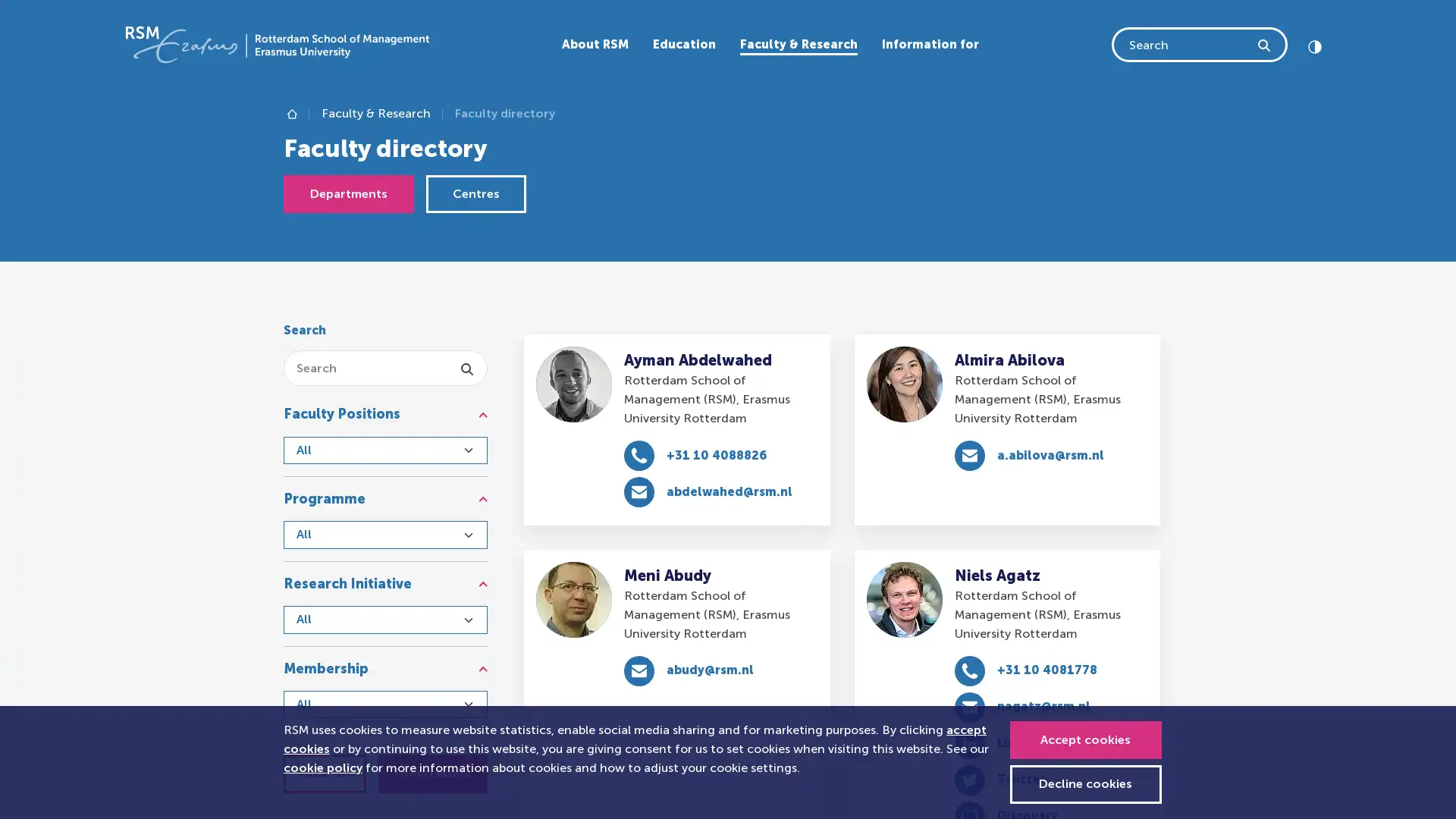 This screenshot has height=819, width=1456. I want to click on Research Initiative, so click(385, 582).